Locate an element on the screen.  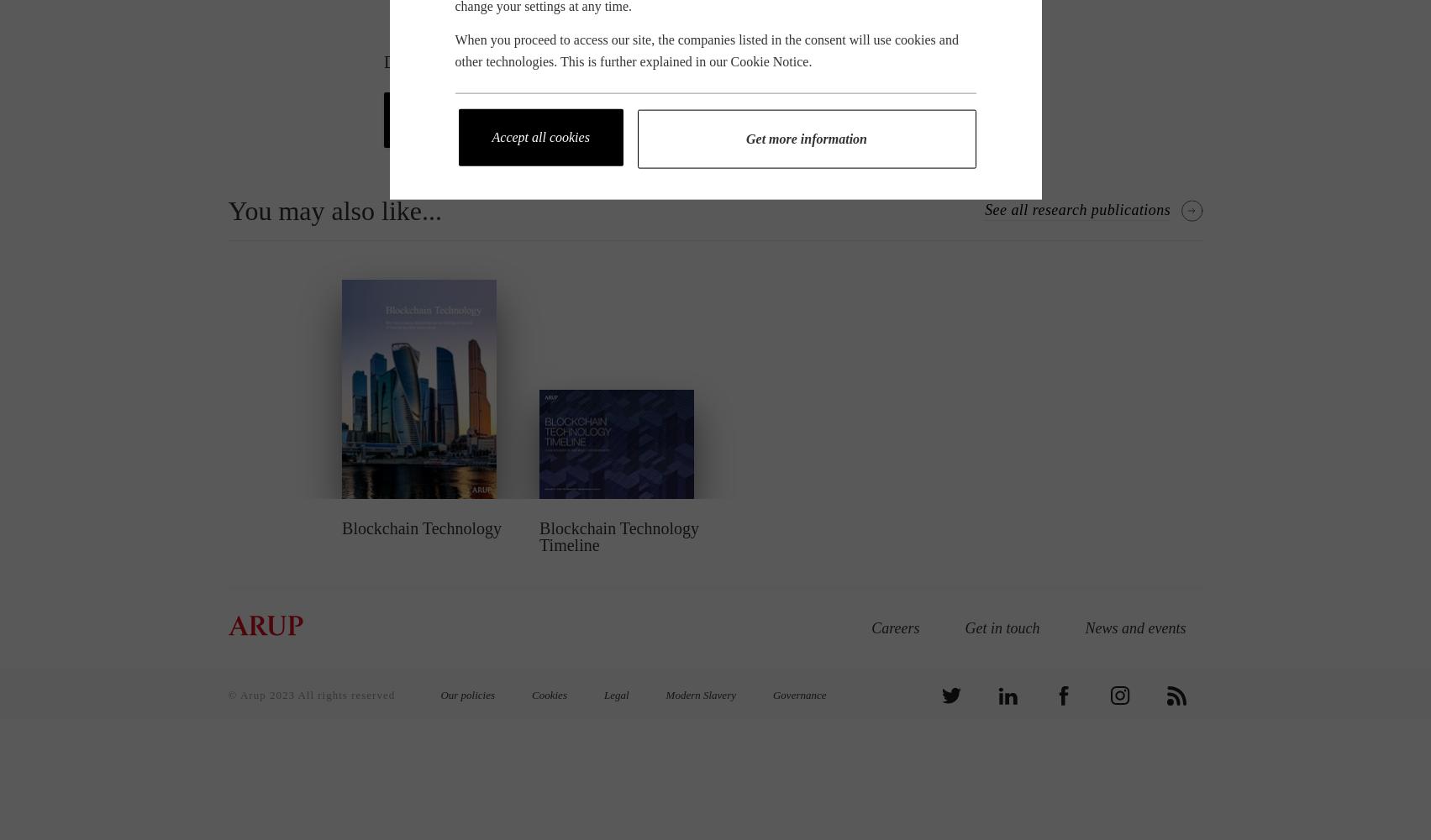
'Get more information' is located at coordinates (805, 138).